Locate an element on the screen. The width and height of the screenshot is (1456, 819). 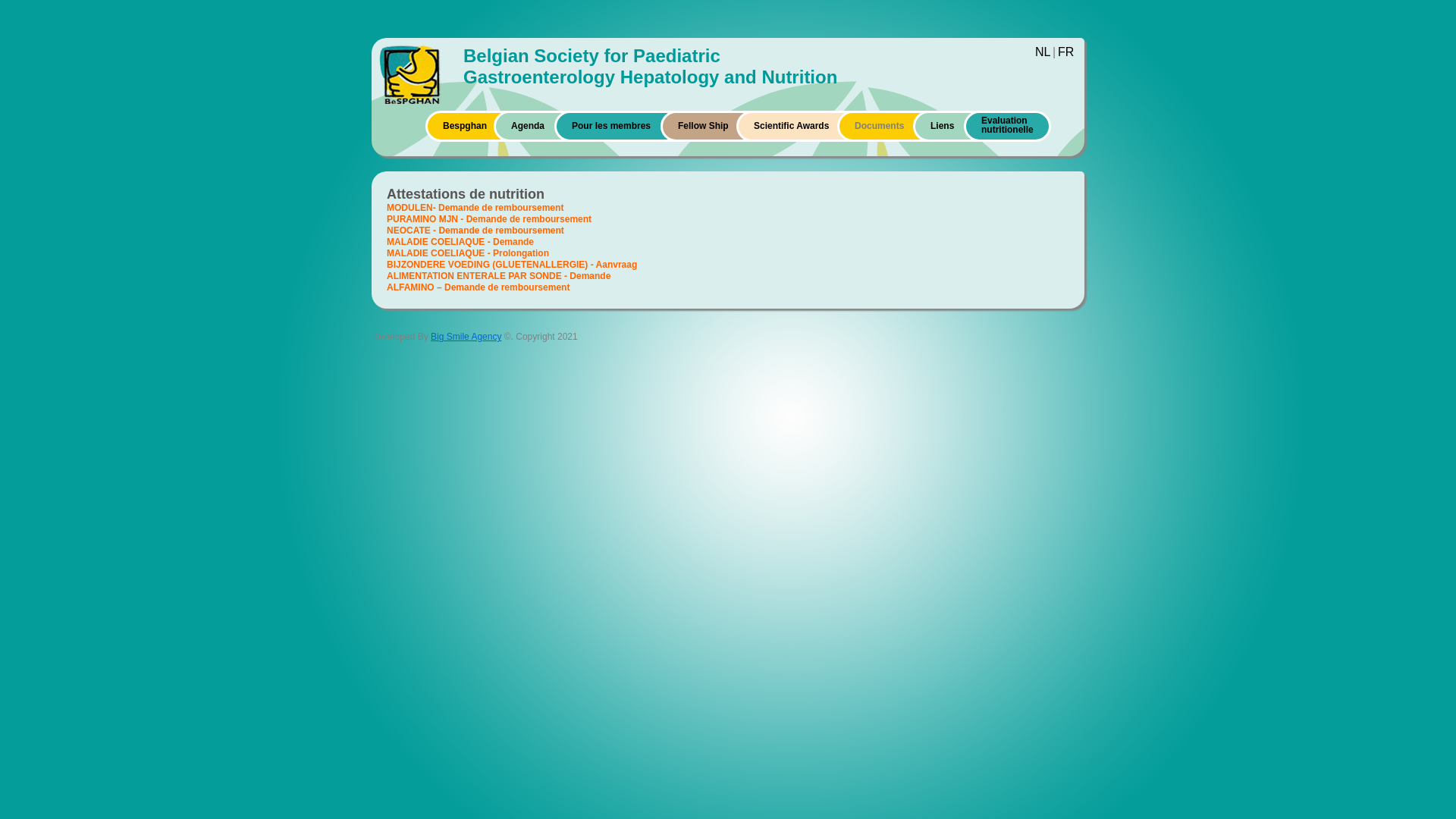
'Fellow Ship' is located at coordinates (676, 124).